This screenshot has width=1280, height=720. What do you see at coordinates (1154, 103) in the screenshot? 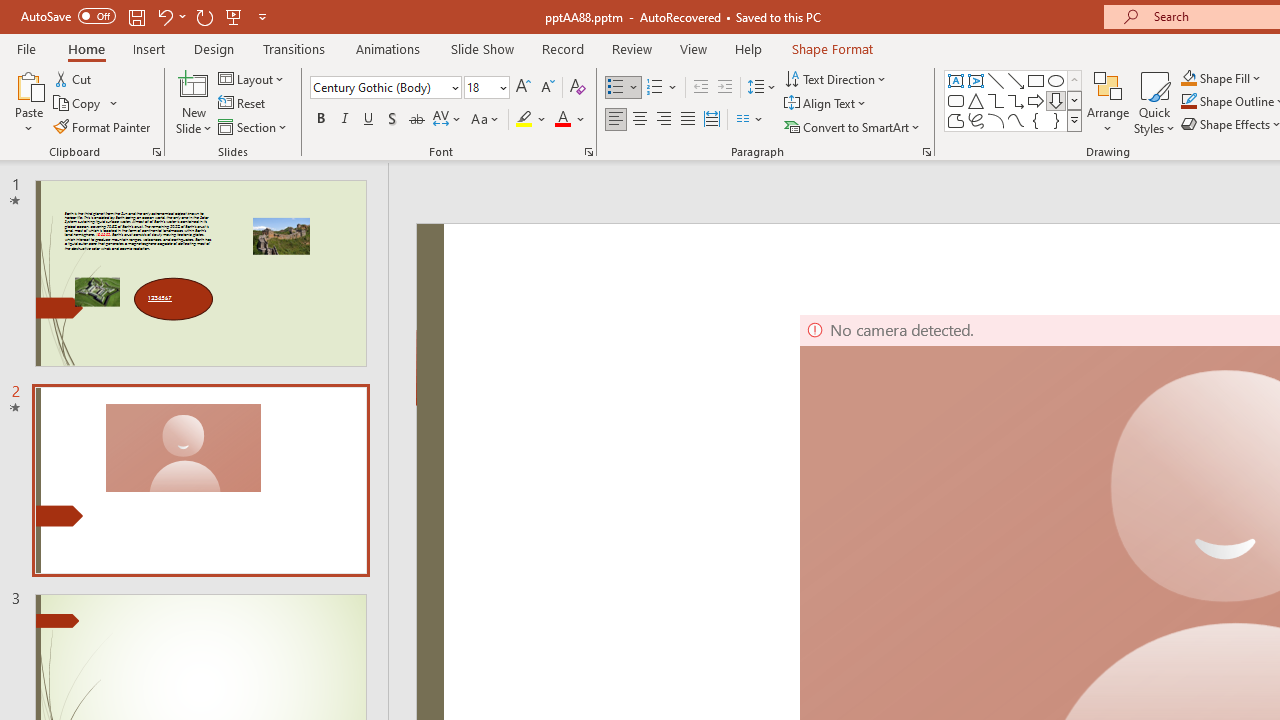
I see `'Quick Styles'` at bounding box center [1154, 103].